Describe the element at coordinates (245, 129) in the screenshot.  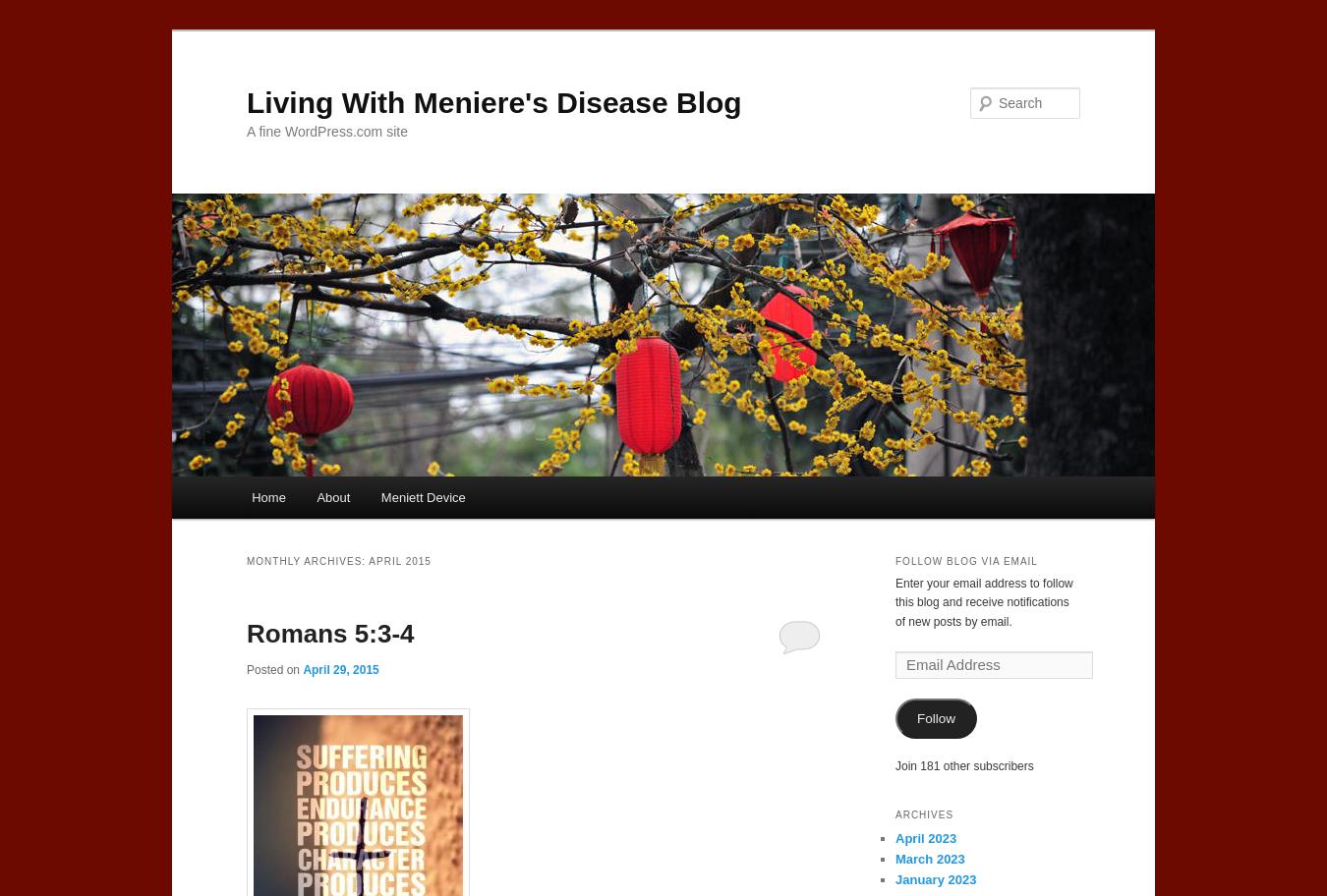
I see `'A fine WordPress.com site'` at that location.